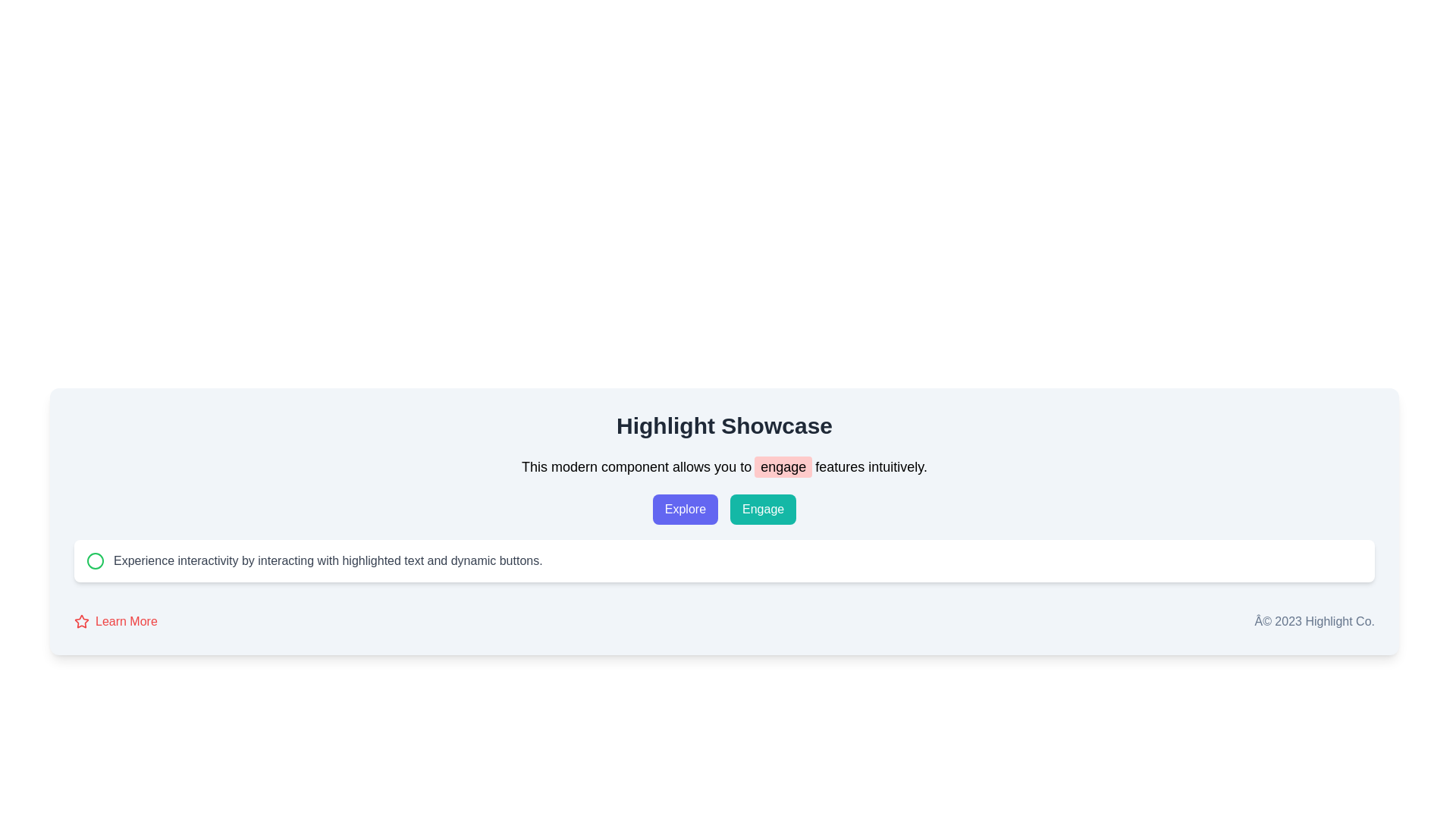 This screenshot has height=819, width=1456. Describe the element at coordinates (94, 561) in the screenshot. I see `the SVG Circle element that is part of an icon or indicator, positioned to the left of the sentence about interactivity` at that location.